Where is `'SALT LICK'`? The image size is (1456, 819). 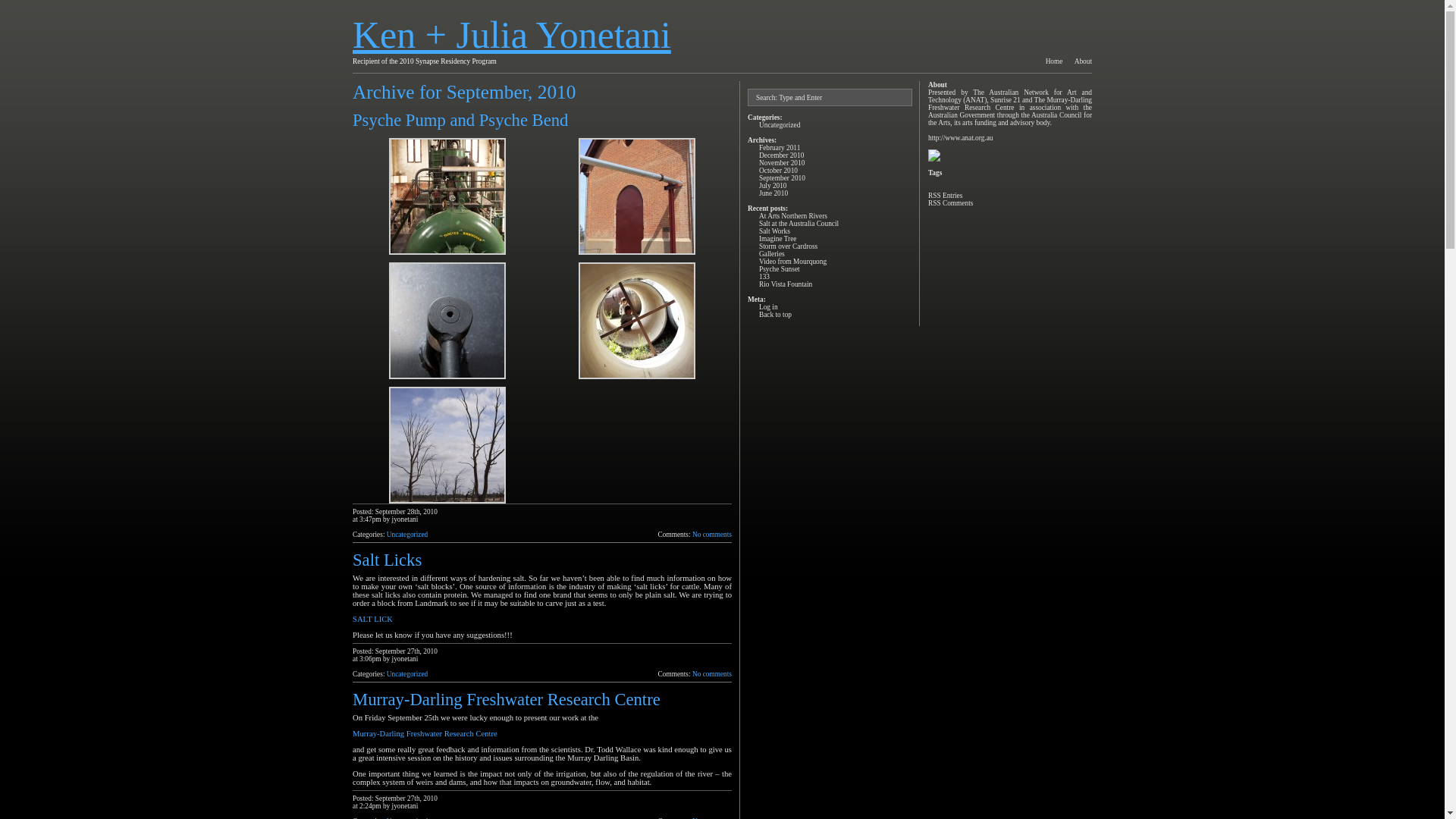
'SALT LICK' is located at coordinates (372, 619).